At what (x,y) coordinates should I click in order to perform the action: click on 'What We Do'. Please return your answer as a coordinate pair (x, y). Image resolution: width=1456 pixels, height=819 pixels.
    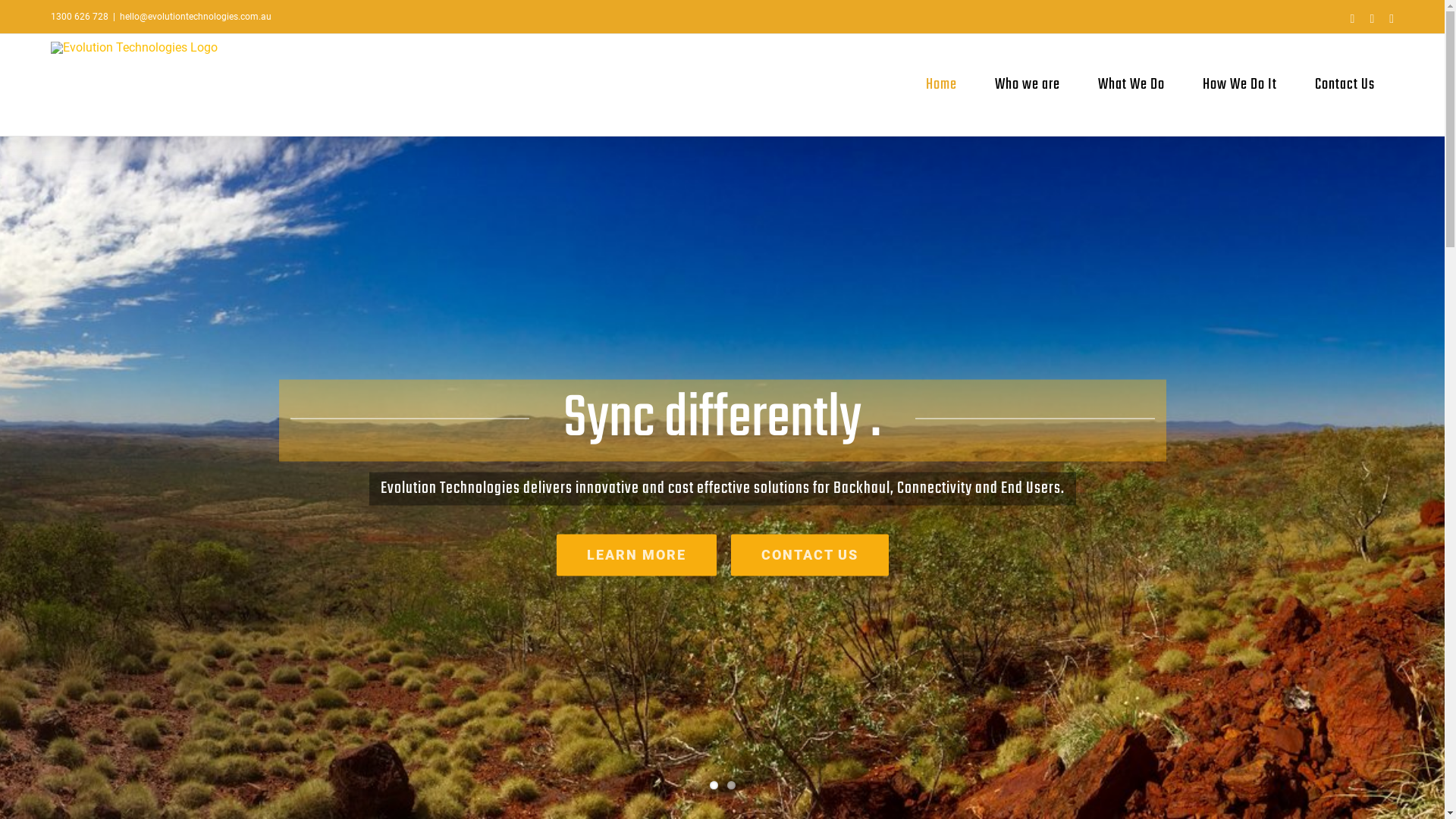
    Looking at the image, I should click on (1131, 84).